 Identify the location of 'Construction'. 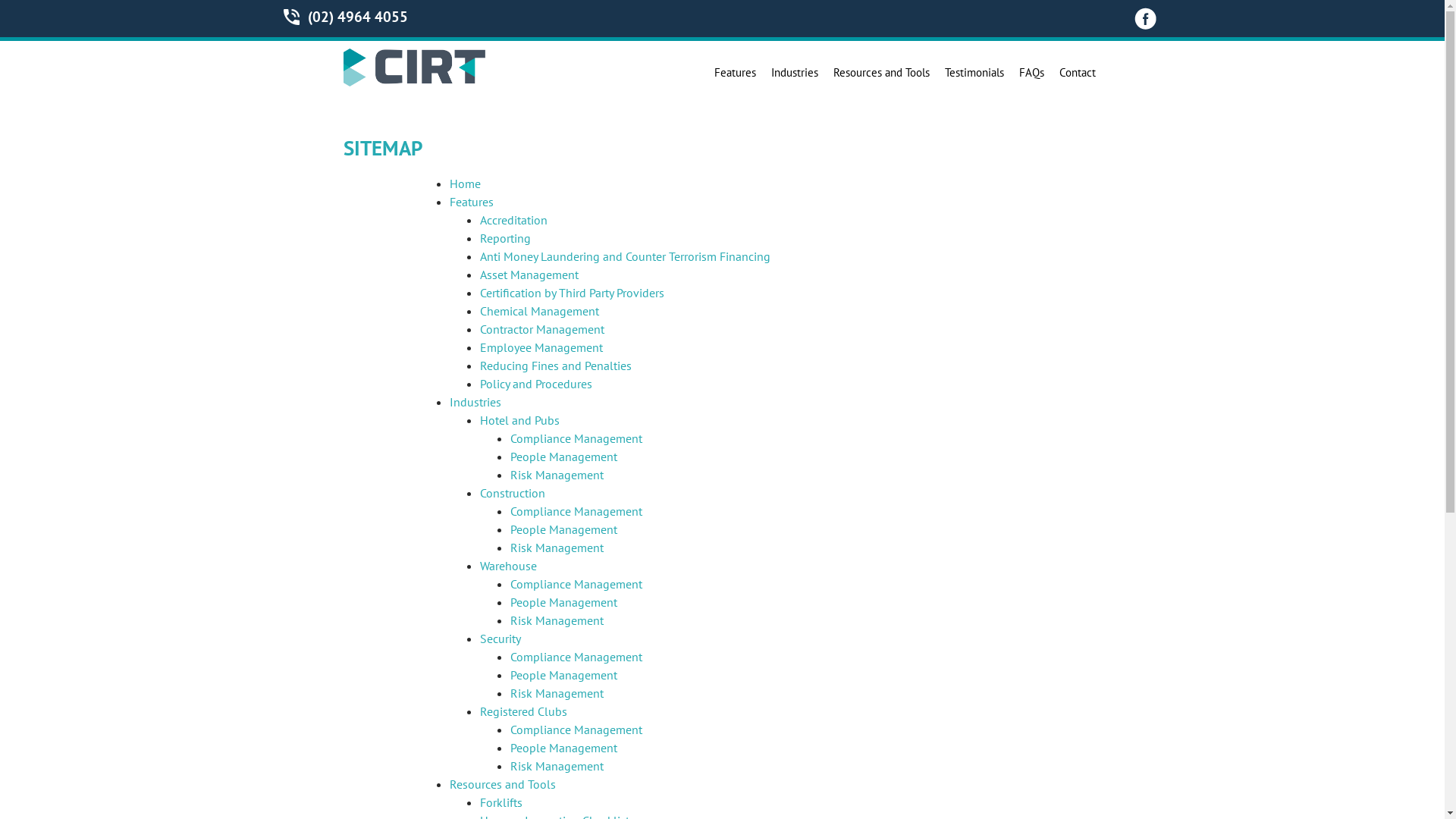
(512, 493).